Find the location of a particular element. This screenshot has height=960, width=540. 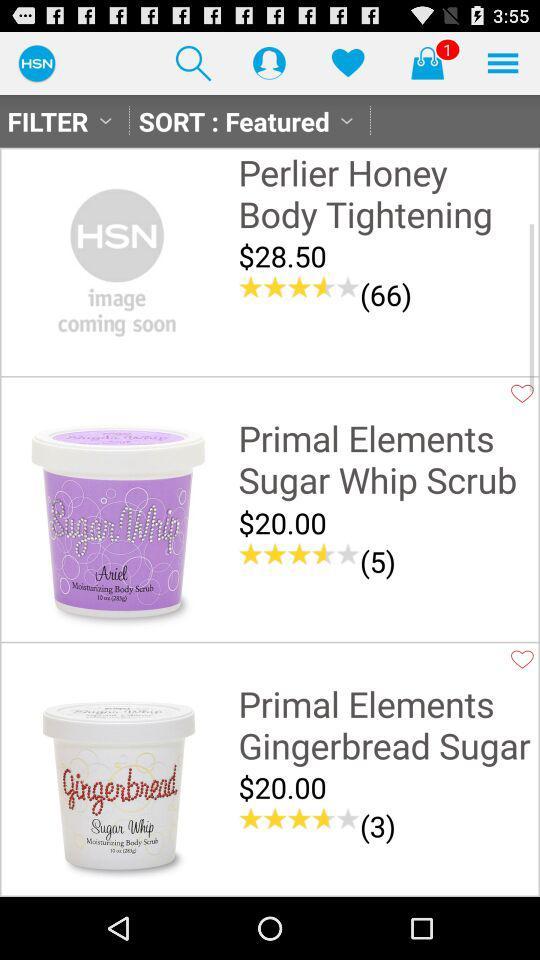

to the third icon from the right is located at coordinates (346, 62).